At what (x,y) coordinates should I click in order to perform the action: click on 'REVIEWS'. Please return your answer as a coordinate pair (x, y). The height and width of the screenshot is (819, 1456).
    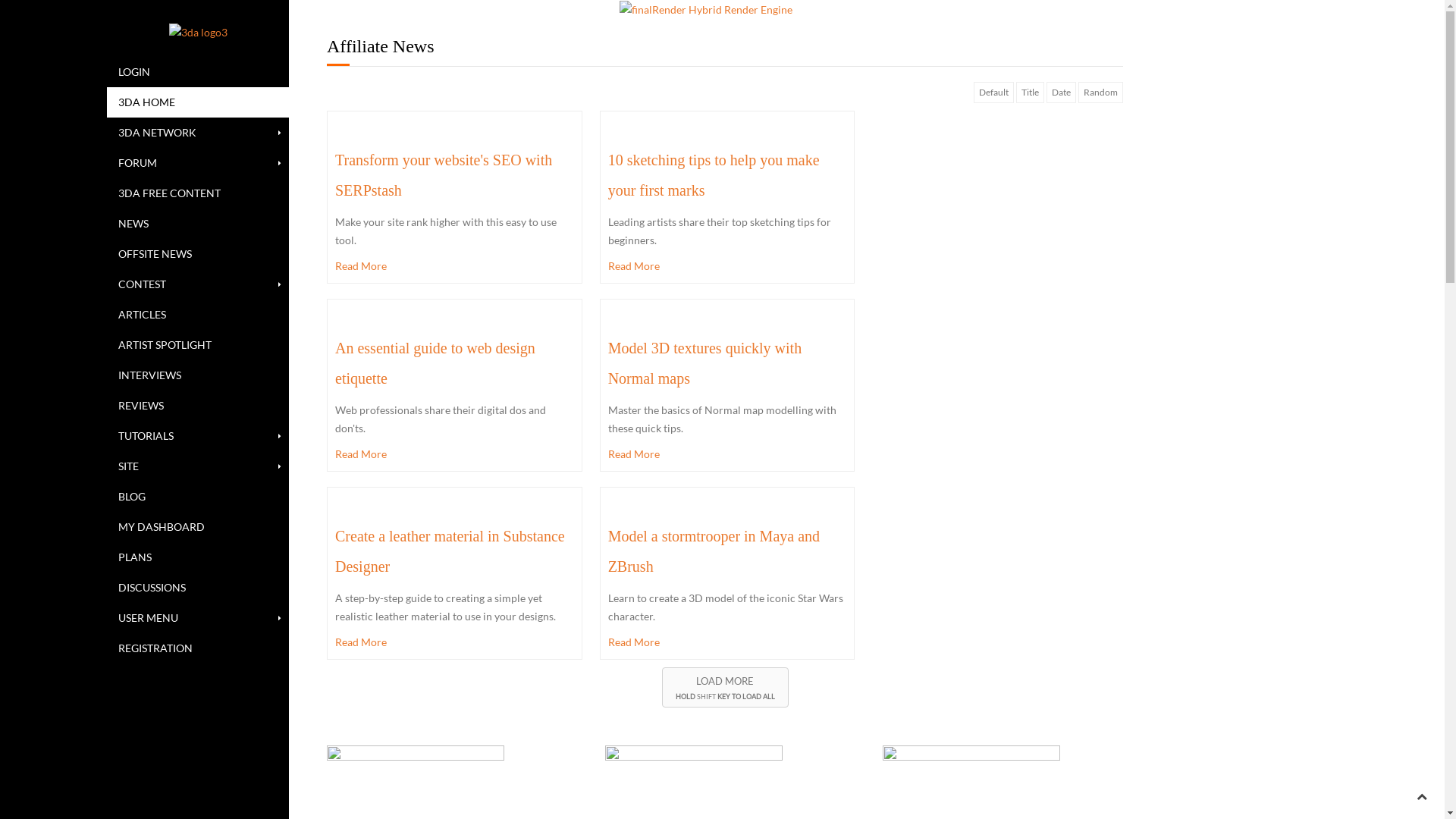
    Looking at the image, I should click on (196, 405).